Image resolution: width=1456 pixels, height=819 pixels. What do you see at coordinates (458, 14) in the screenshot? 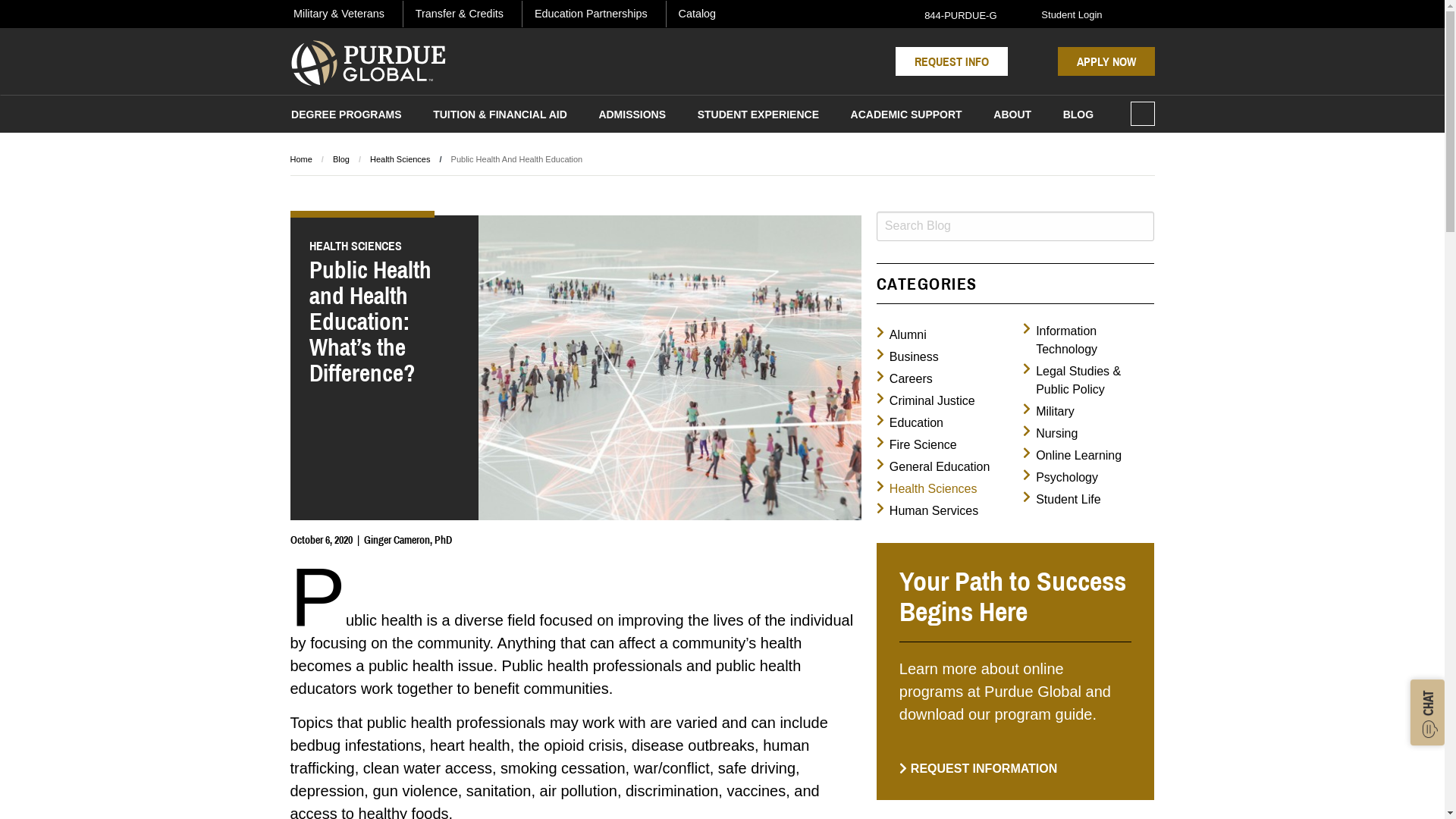
I see `'Transfer & Credits'` at bounding box center [458, 14].